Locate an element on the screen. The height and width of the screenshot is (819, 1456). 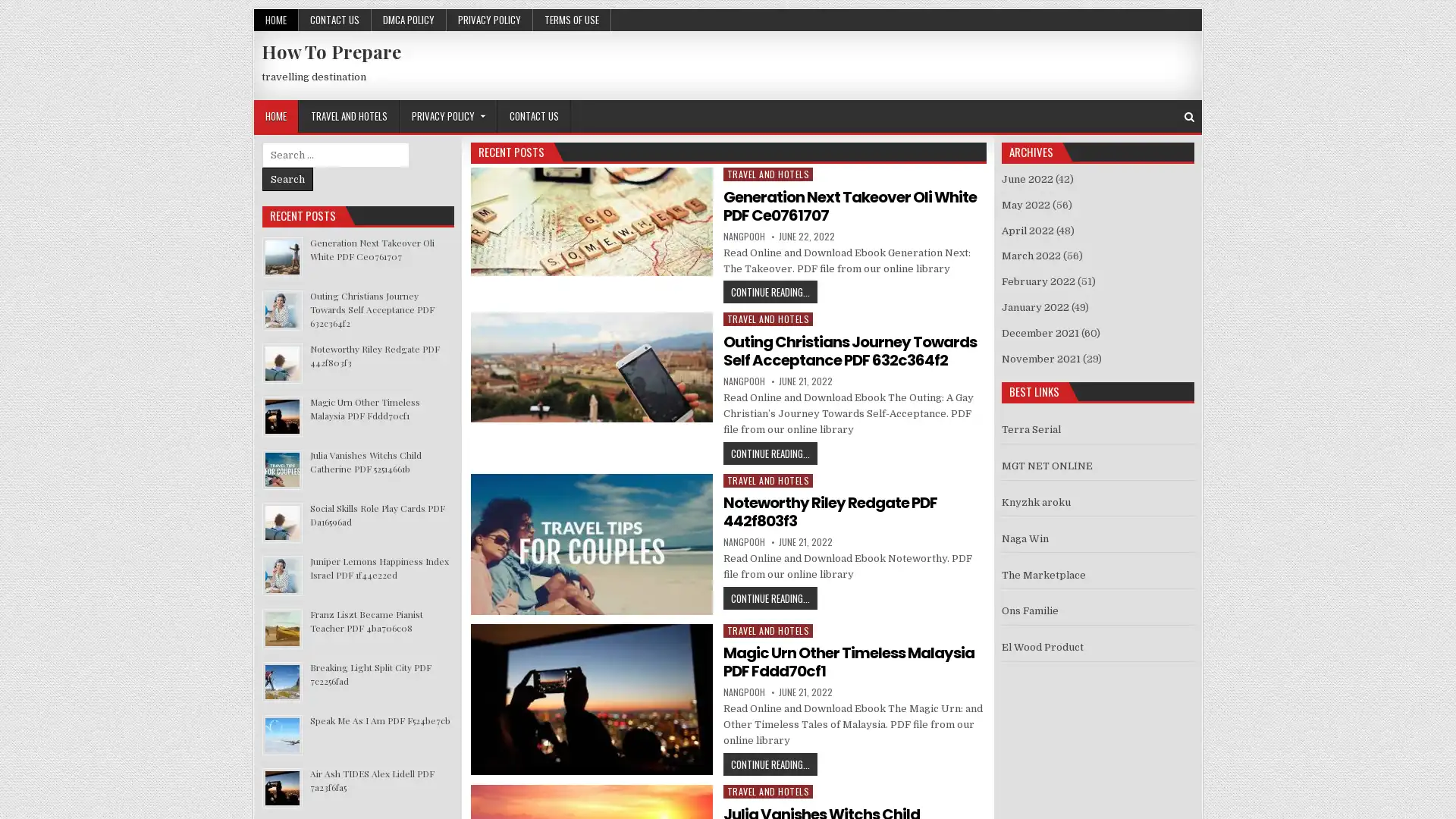
Search is located at coordinates (287, 178).